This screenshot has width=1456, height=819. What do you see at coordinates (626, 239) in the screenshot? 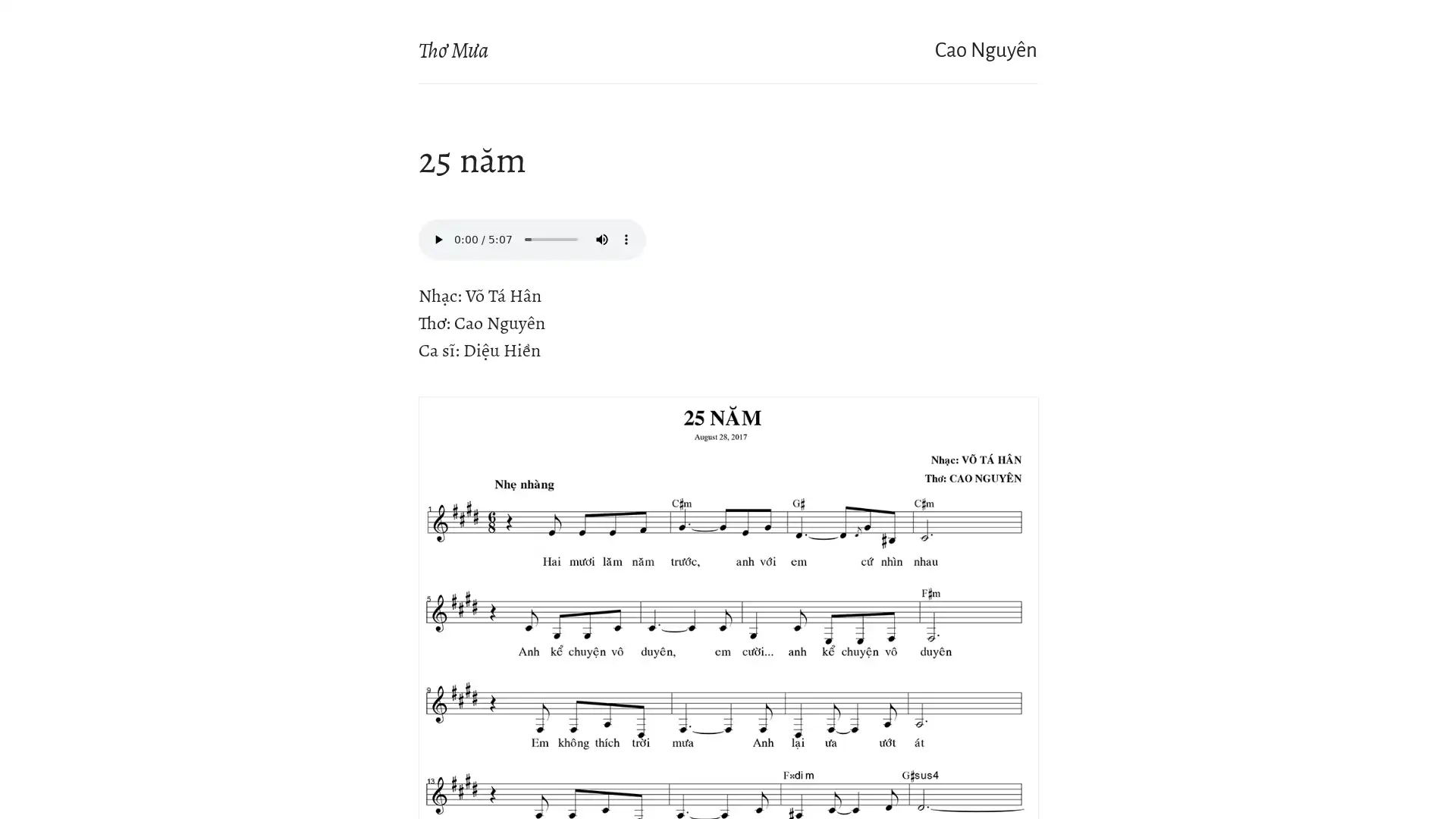
I see `show more media controls` at bounding box center [626, 239].